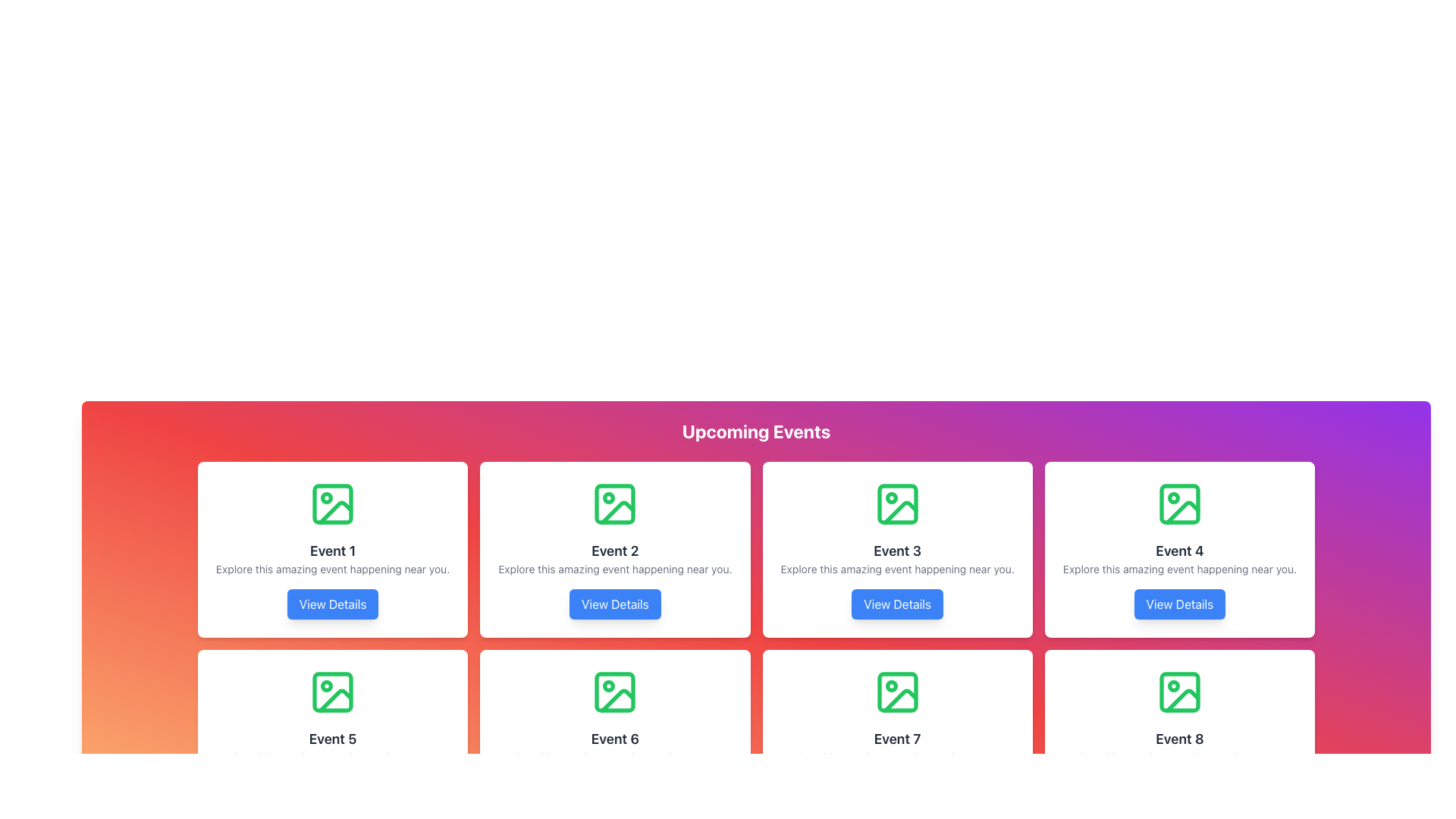 Image resolution: width=1456 pixels, height=819 pixels. Describe the element at coordinates (332, 551) in the screenshot. I see `the text label that serves as the title of the event in the first event info card located in the top-left corner of the grid layout` at that location.